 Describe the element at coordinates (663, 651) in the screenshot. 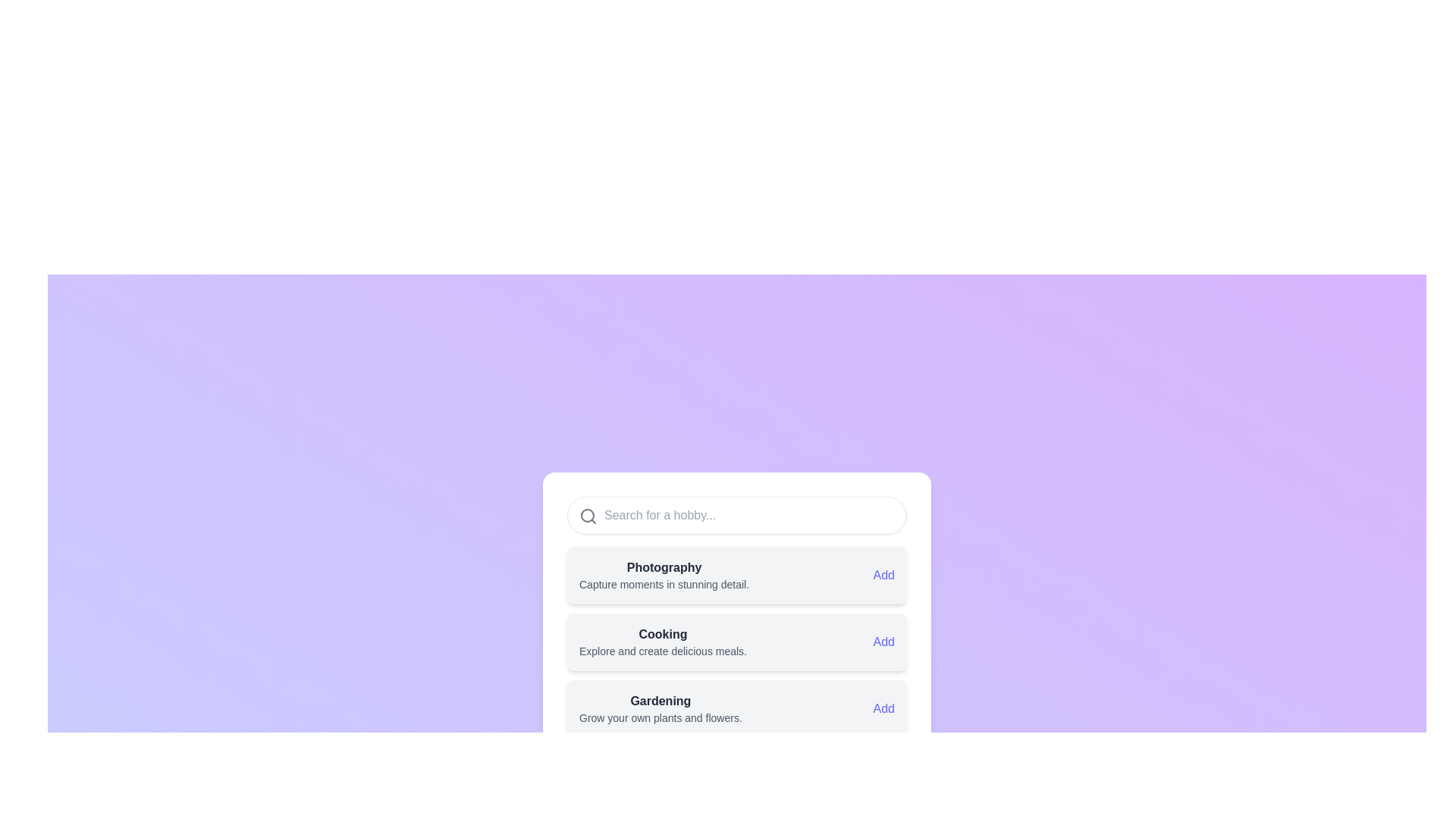

I see `the descriptive text that reads 'Explore and create delicious meals.' which is located beneath the title 'Cooking'` at that location.